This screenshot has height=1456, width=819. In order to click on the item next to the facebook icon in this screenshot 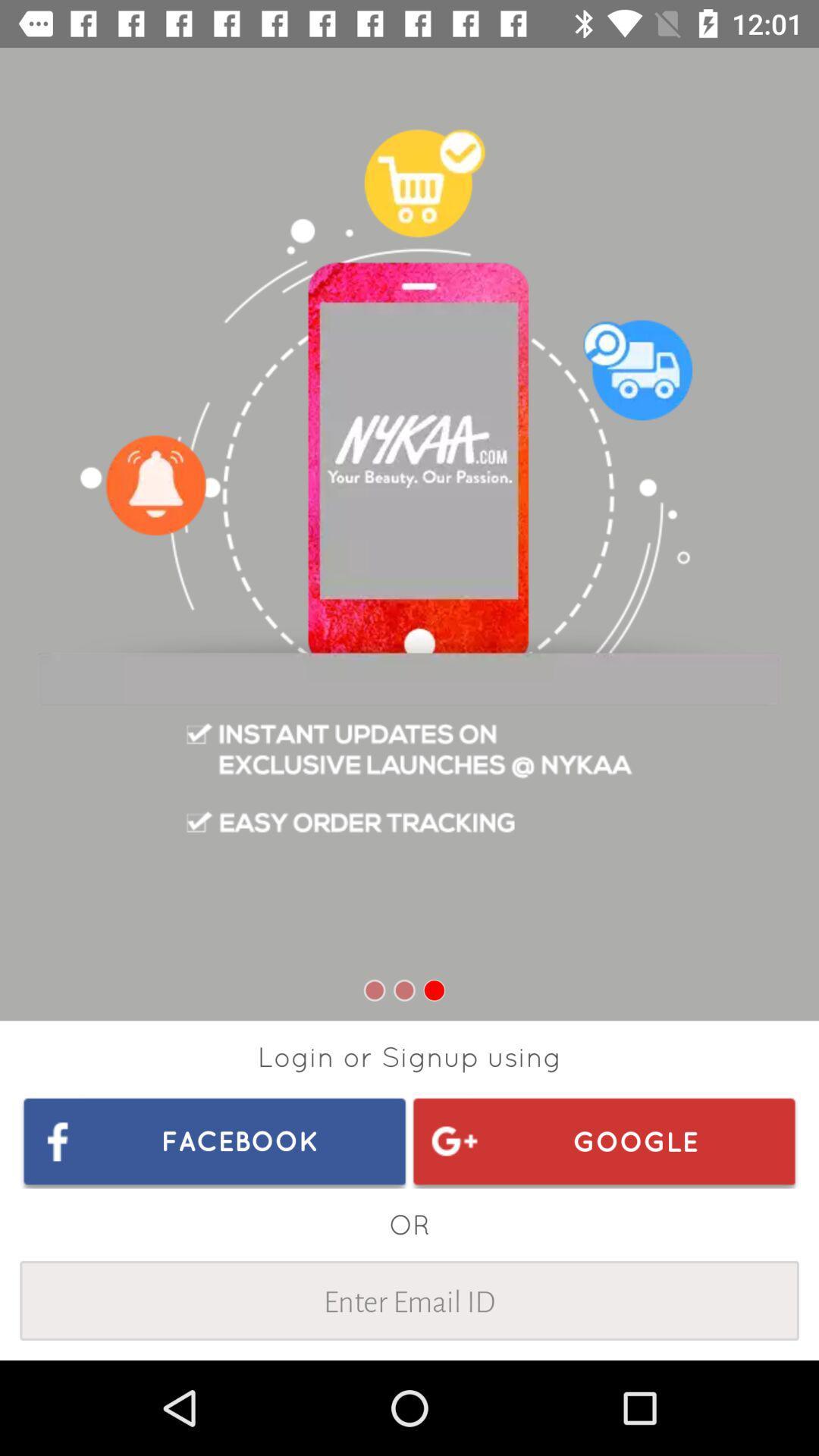, I will do `click(603, 1141)`.